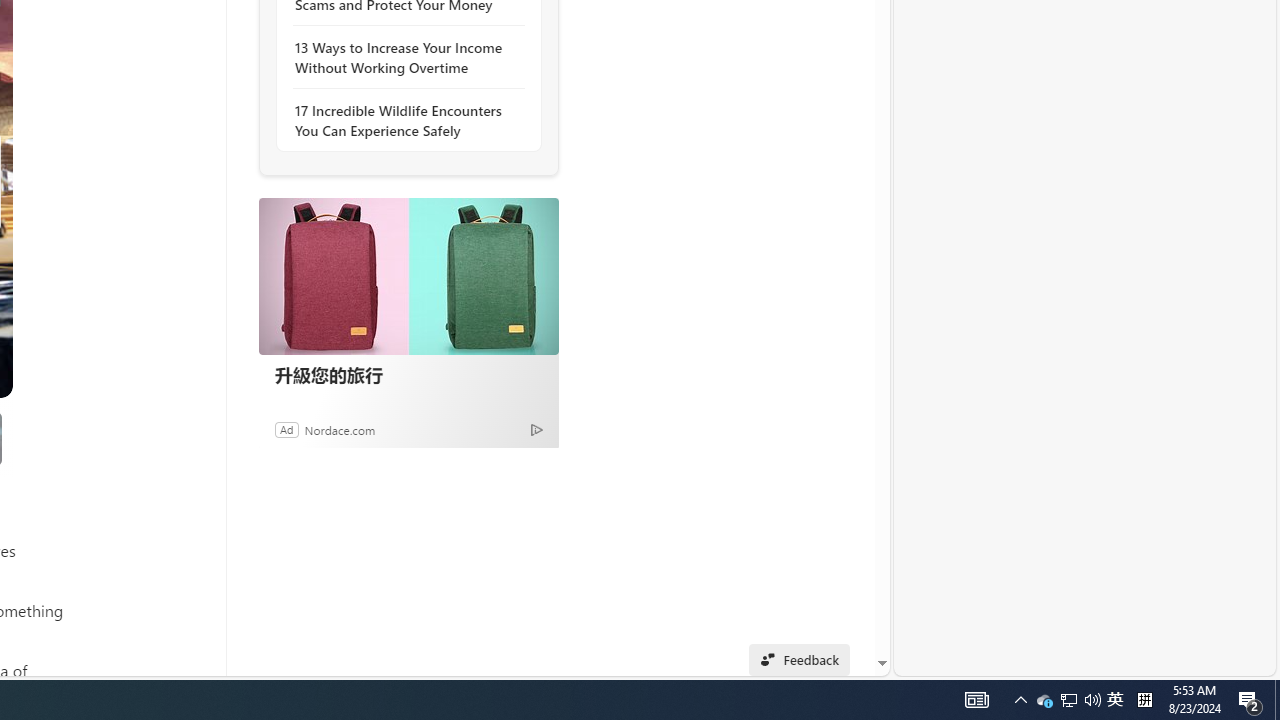  Describe the element at coordinates (798, 659) in the screenshot. I see `'Feedback'` at that location.